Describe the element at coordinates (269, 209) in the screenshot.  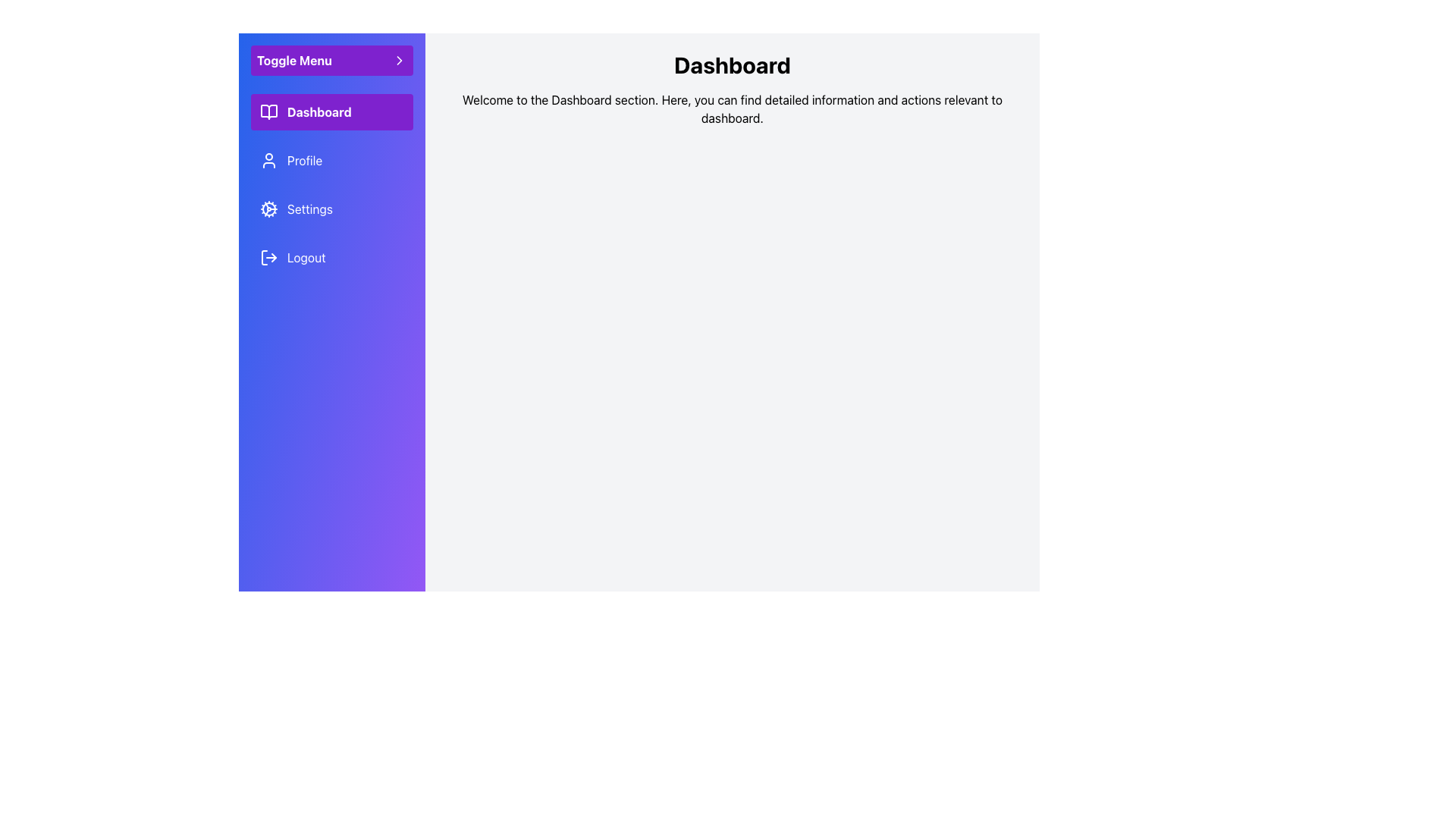
I see `the cog or gear icon located in the left sidebar next to the 'Settings' label` at that location.